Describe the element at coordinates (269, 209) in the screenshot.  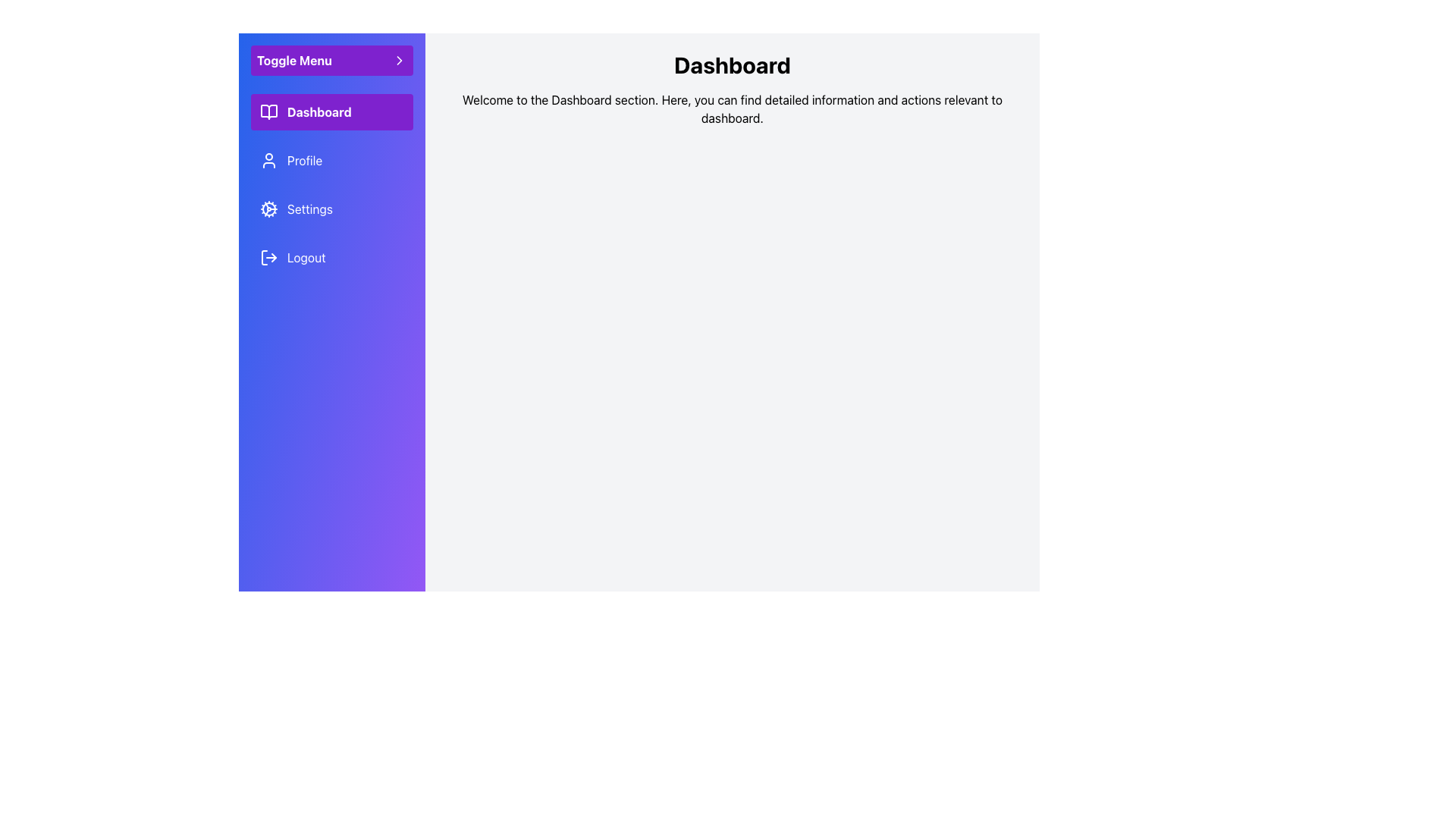
I see `the cog or gear icon located in the left sidebar next to the 'Settings' label` at that location.